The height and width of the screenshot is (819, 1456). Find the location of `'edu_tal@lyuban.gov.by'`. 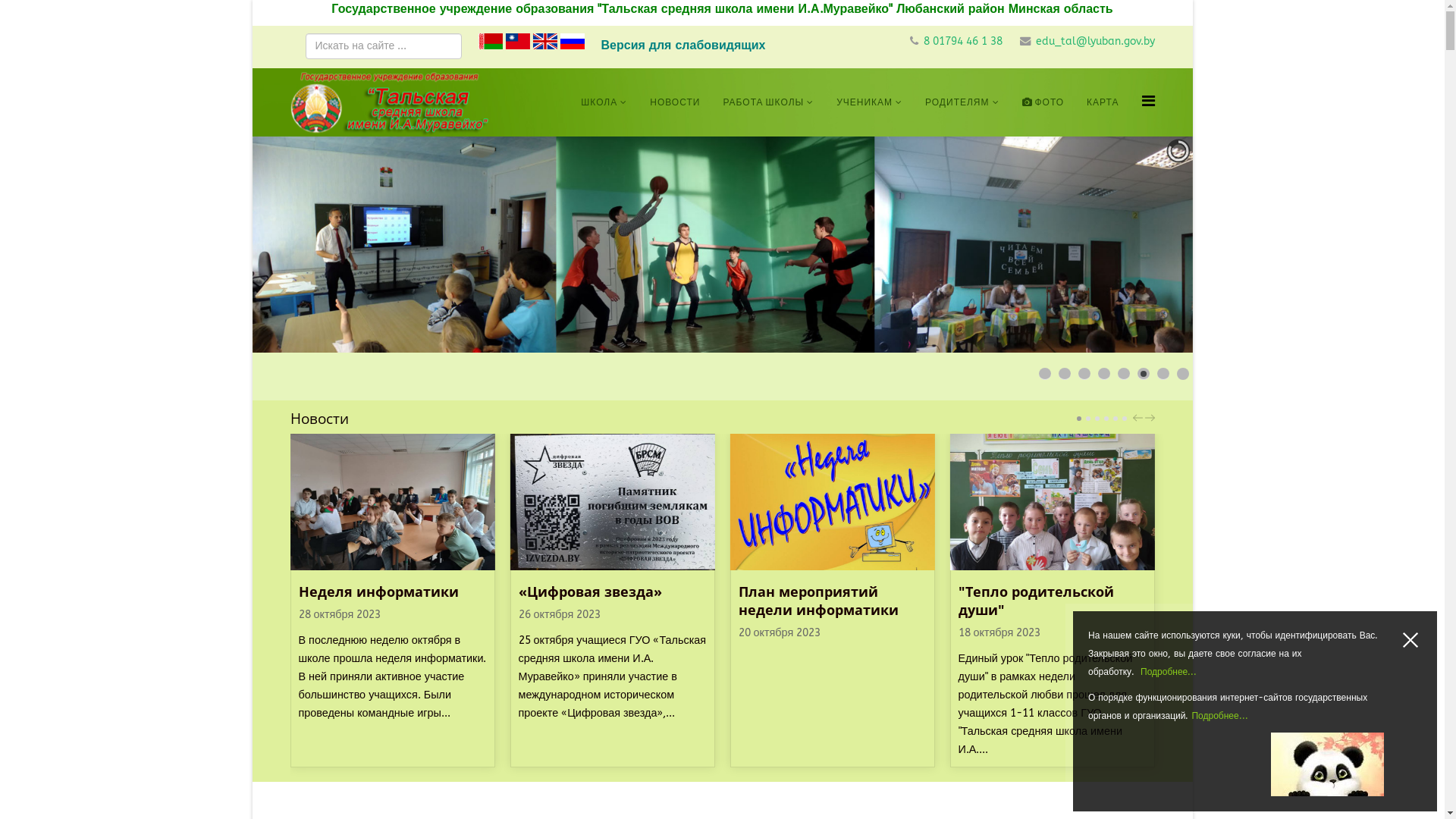

'edu_tal@lyuban.gov.by' is located at coordinates (1095, 40).